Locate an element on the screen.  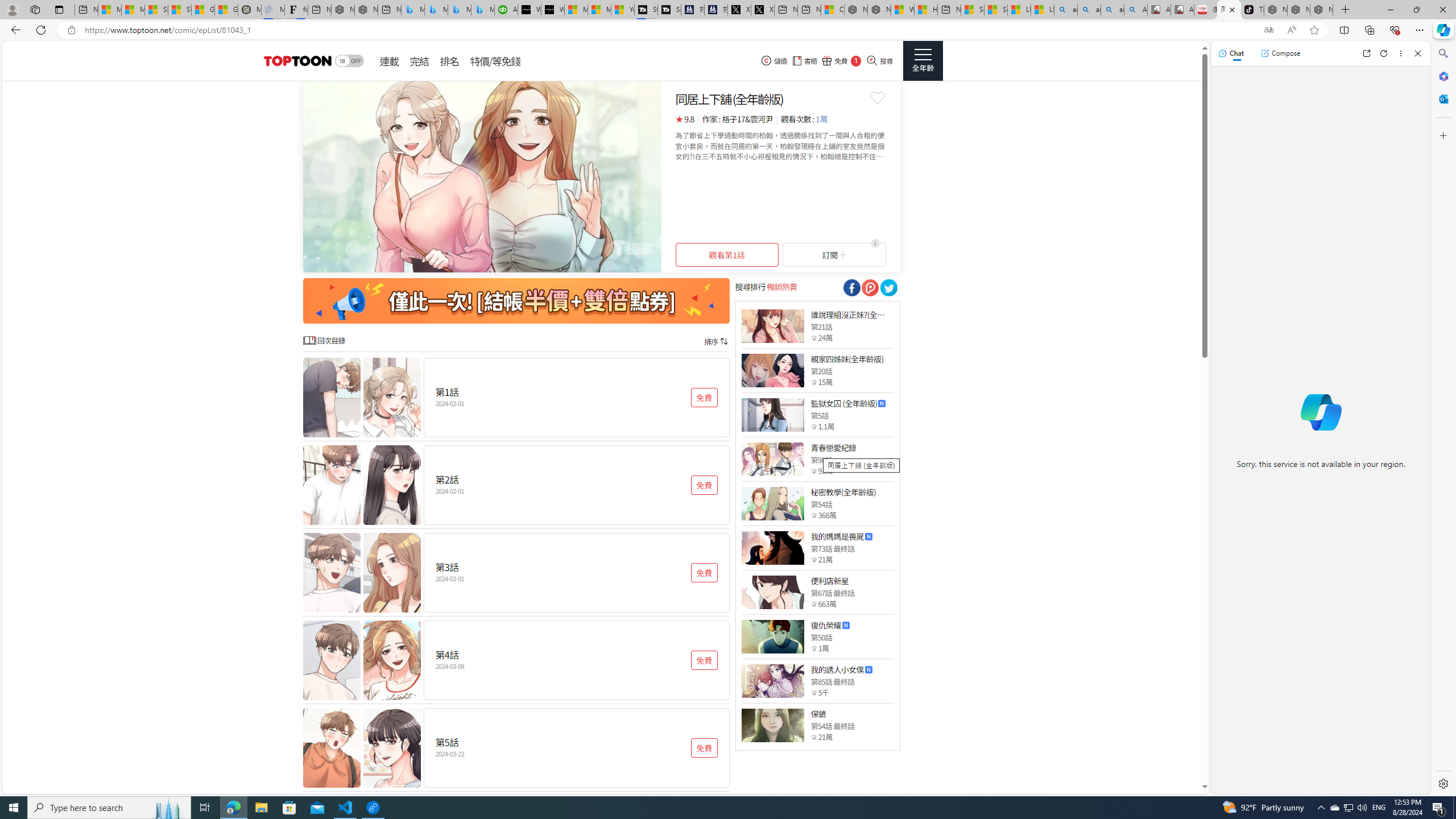
'Nordace - Siena Pro 15 Essential Set' is located at coordinates (1321, 9).